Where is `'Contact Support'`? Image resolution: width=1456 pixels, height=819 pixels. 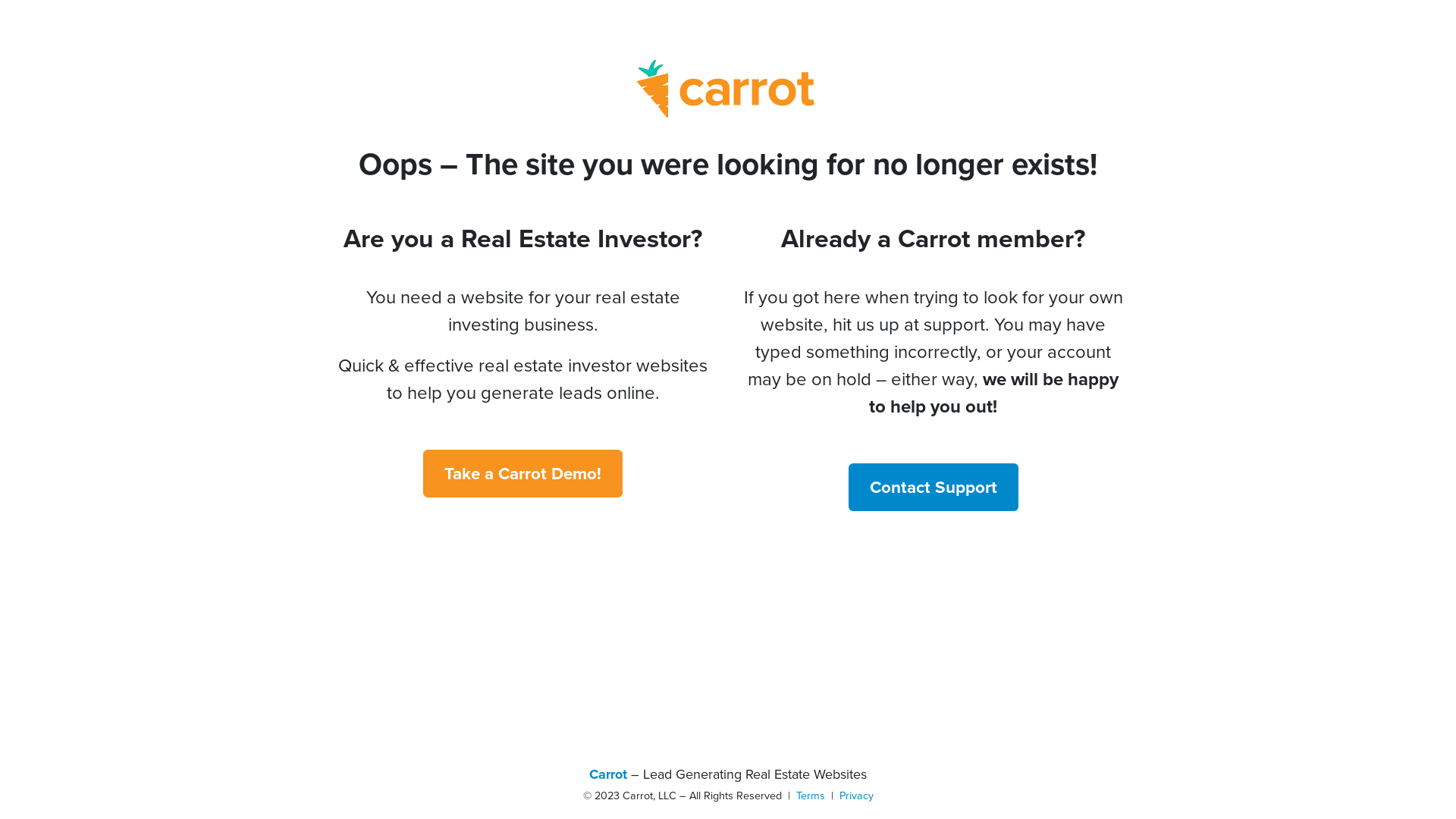 'Contact Support' is located at coordinates (847, 487).